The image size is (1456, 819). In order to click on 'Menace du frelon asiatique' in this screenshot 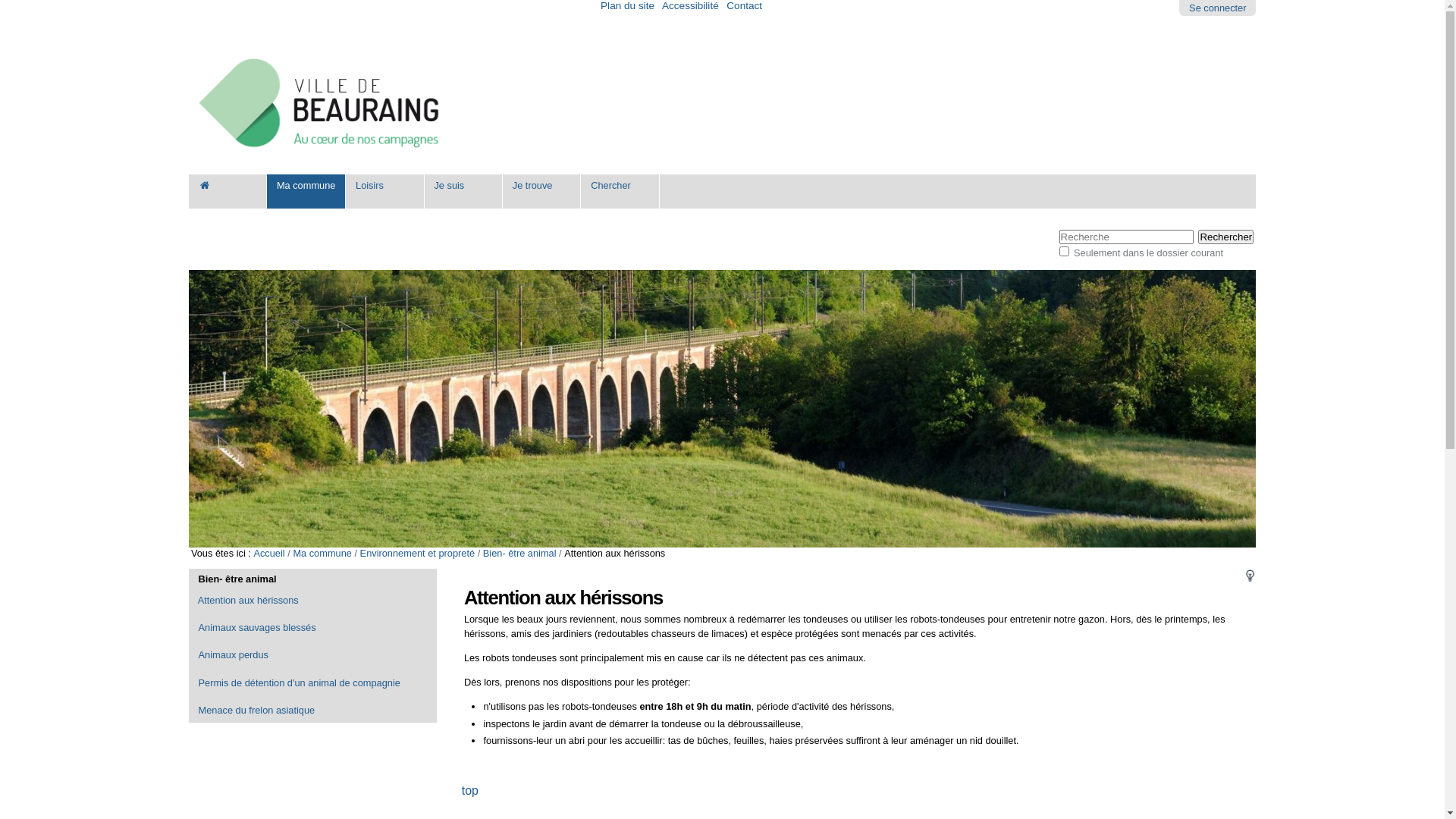, I will do `click(312, 711)`.